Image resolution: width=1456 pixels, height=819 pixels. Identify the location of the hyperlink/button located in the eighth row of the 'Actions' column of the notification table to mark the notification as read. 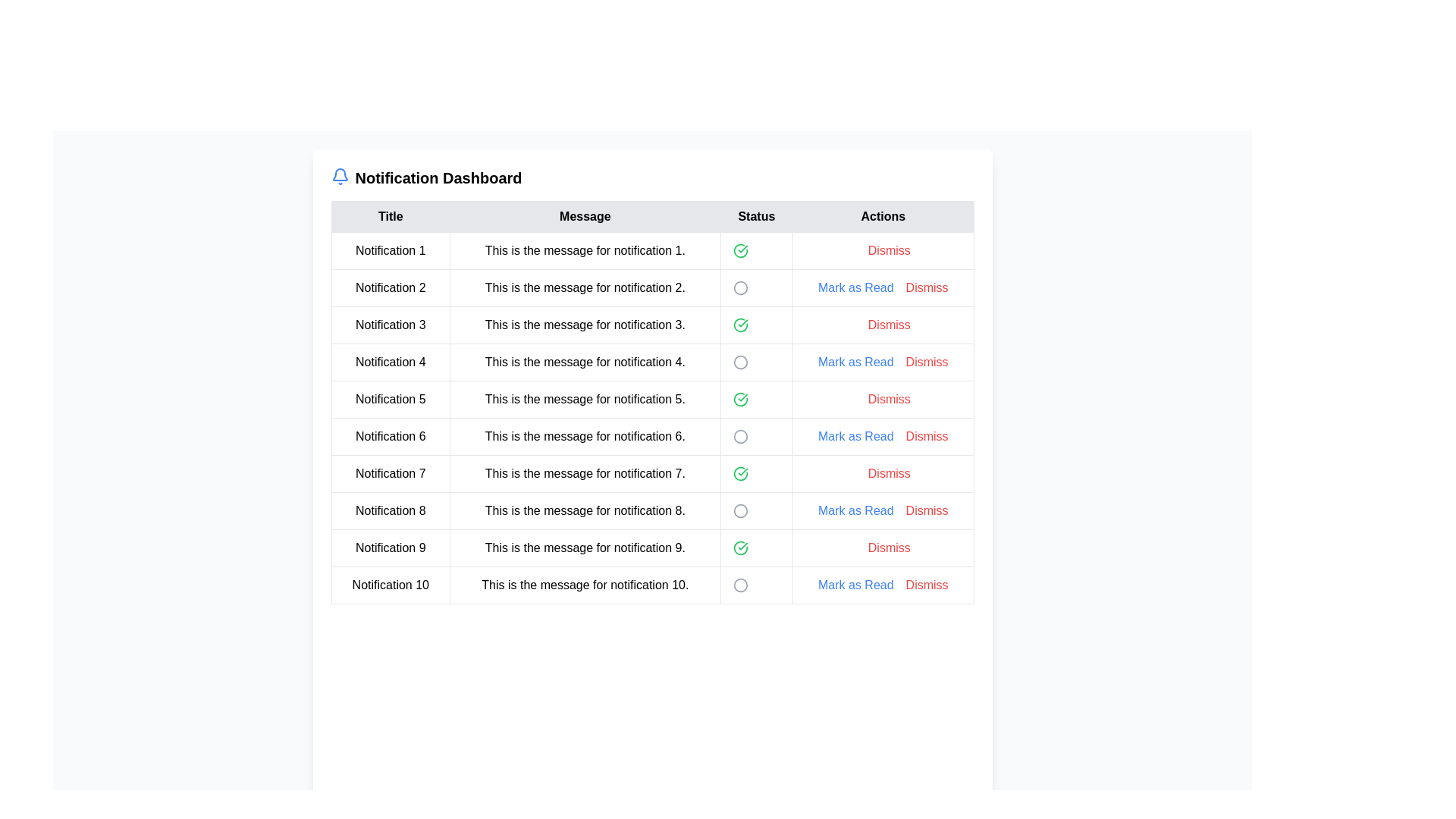
(855, 511).